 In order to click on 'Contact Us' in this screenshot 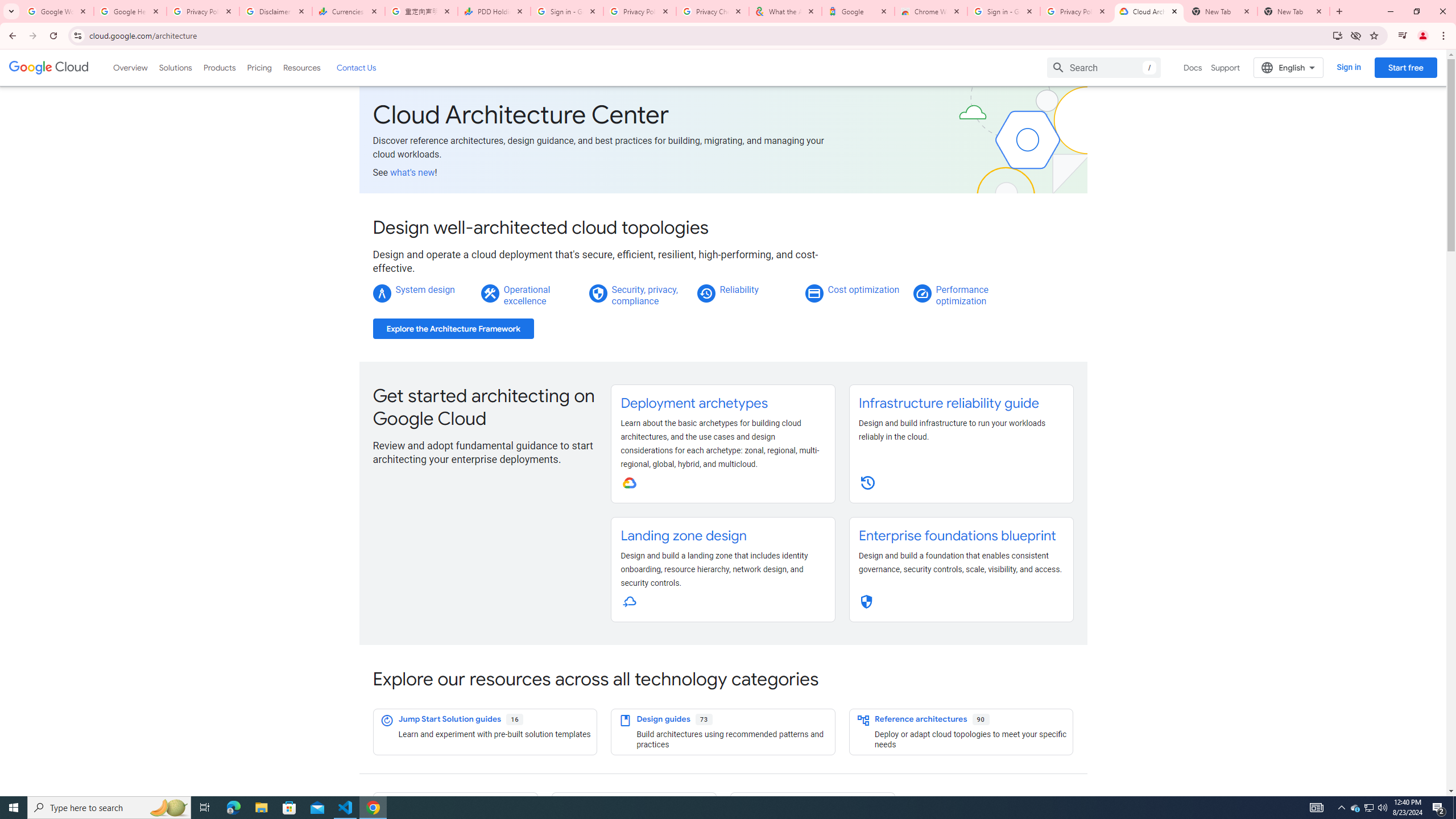, I will do `click(355, 67)`.